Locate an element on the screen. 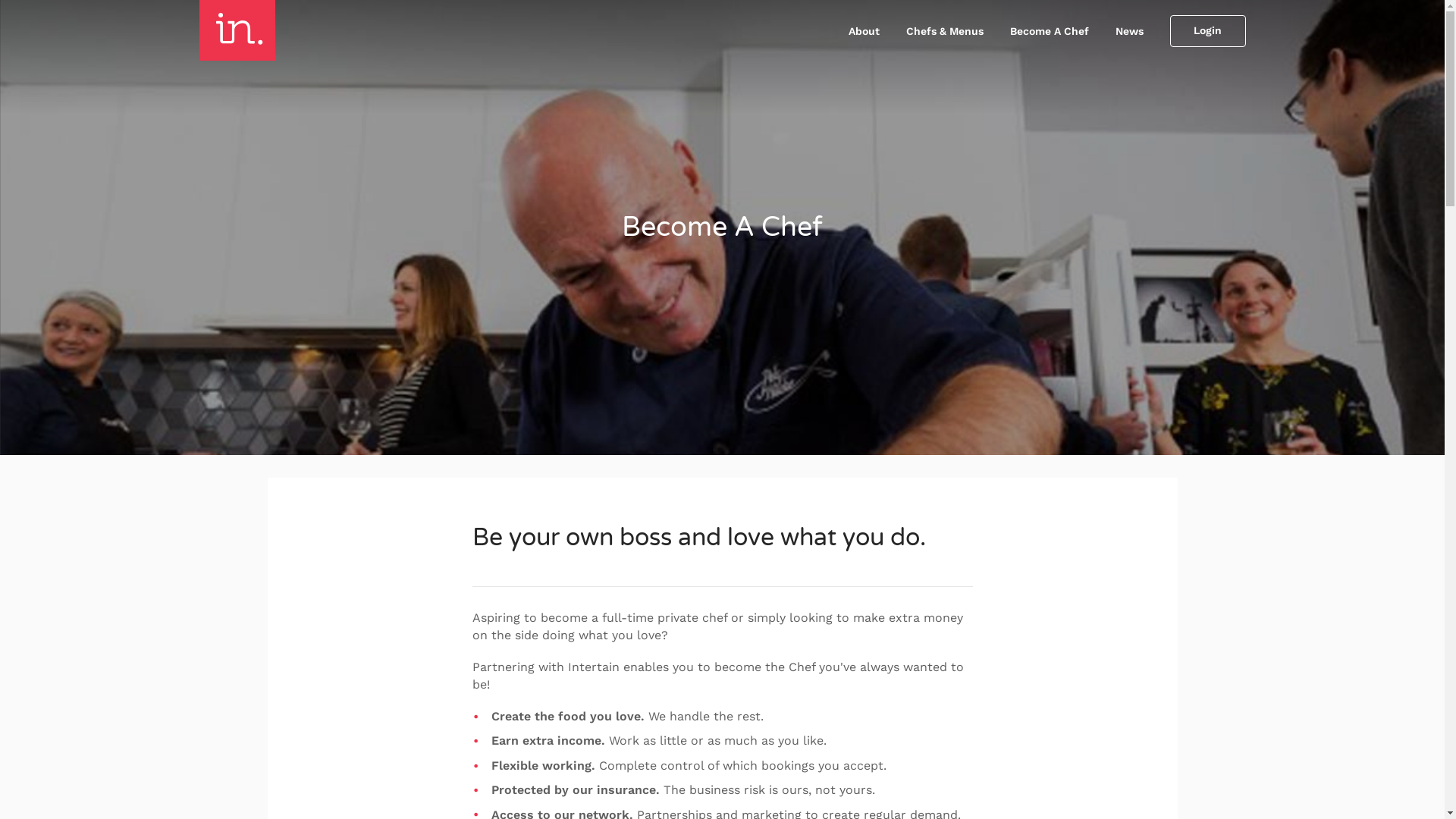  'Chefs & Menus' is located at coordinates (943, 31).